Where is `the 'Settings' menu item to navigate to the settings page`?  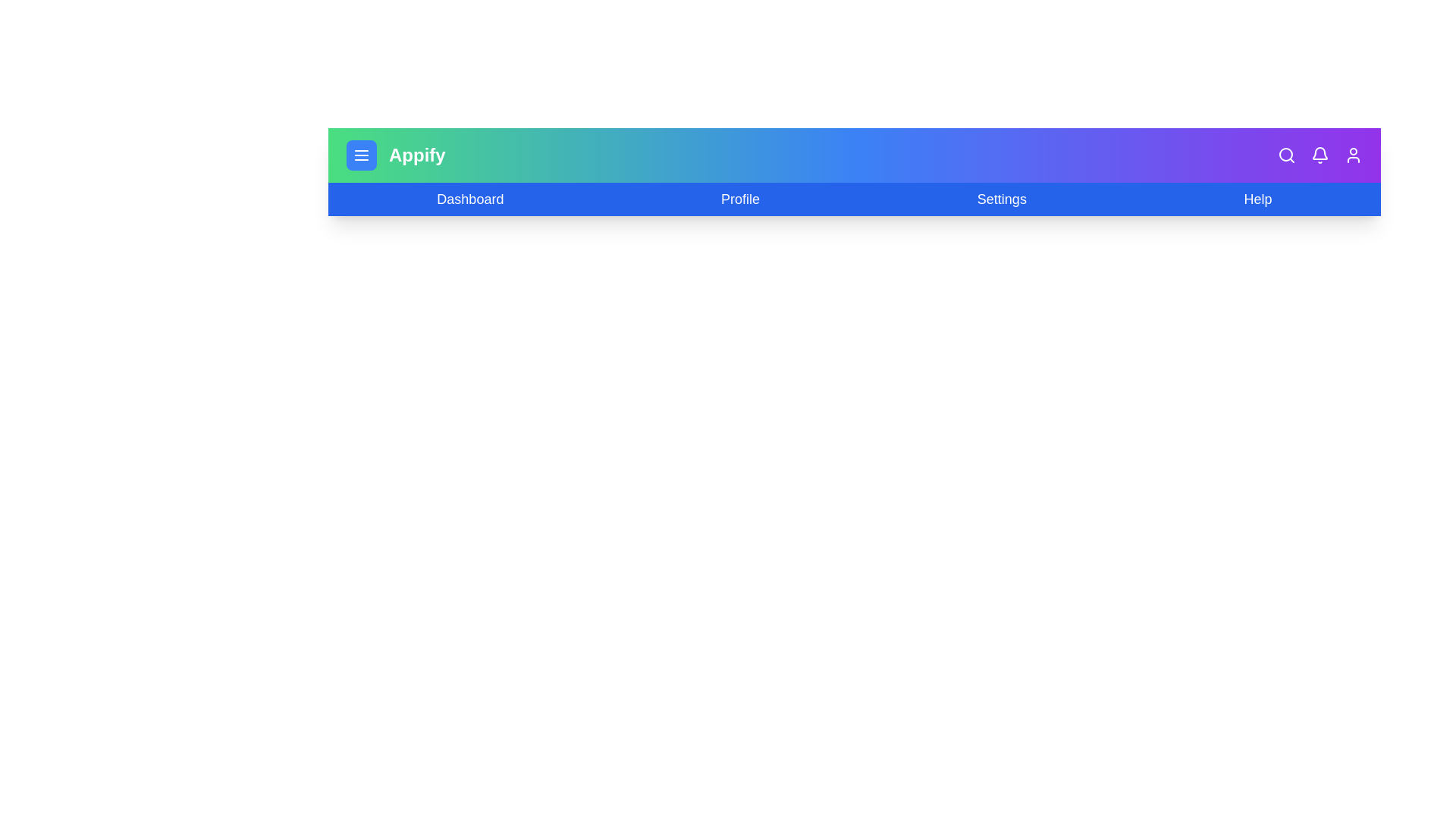 the 'Settings' menu item to navigate to the settings page is located at coordinates (1001, 198).